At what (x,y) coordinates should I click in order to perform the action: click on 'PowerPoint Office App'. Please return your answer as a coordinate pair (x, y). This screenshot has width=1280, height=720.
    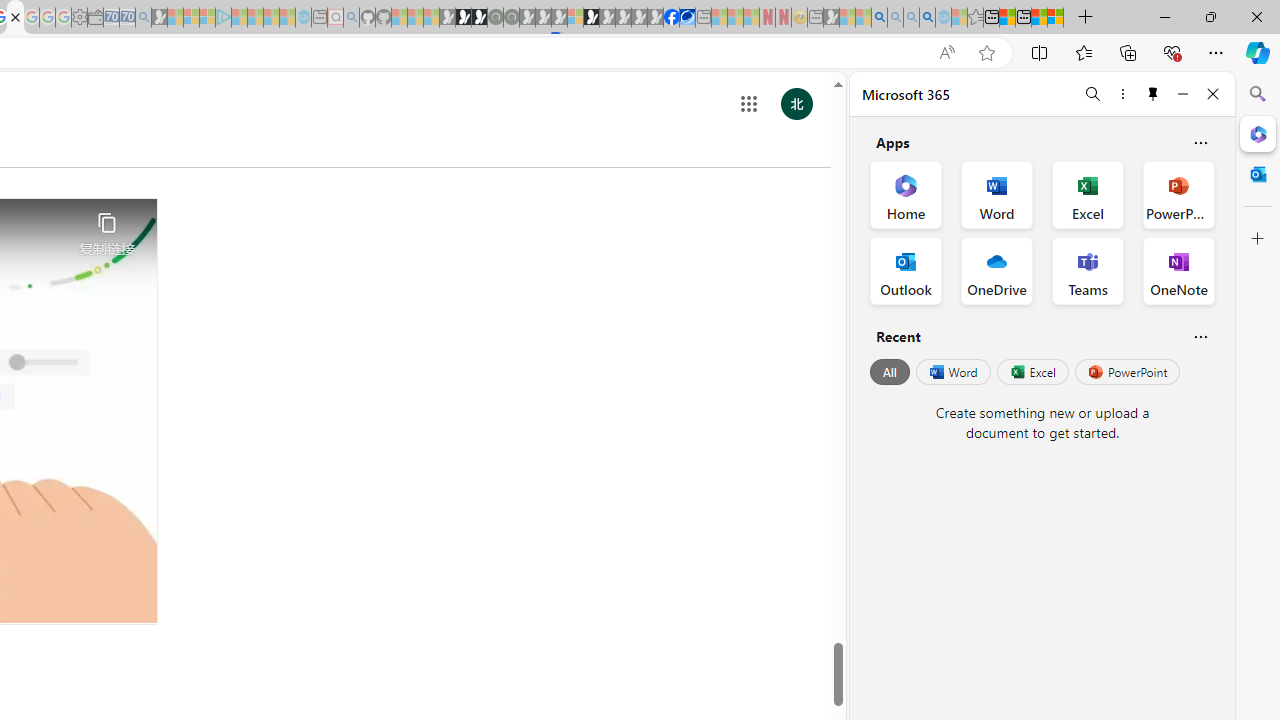
    Looking at the image, I should click on (1178, 195).